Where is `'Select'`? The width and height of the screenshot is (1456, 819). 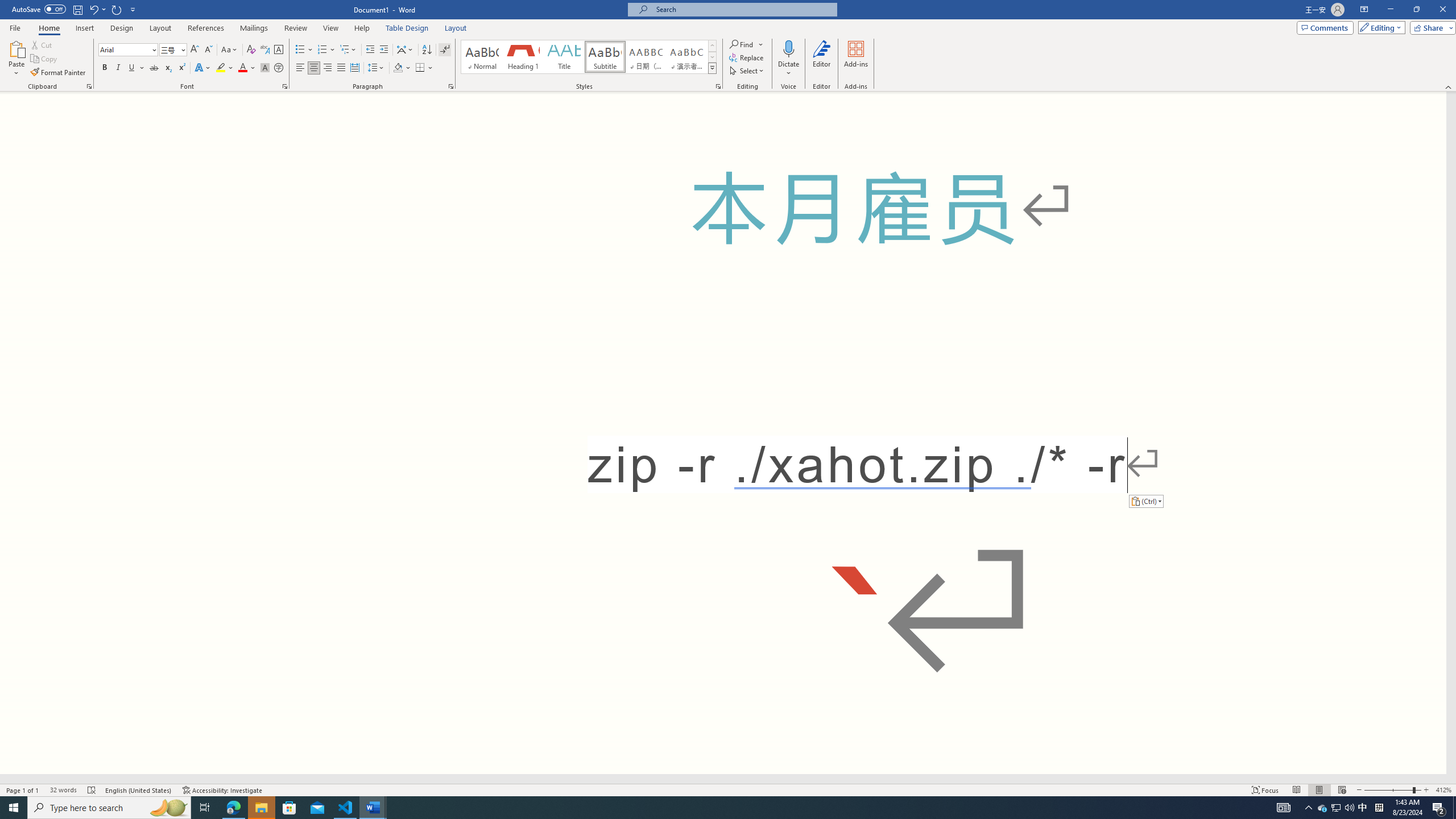
'Select' is located at coordinates (747, 69).